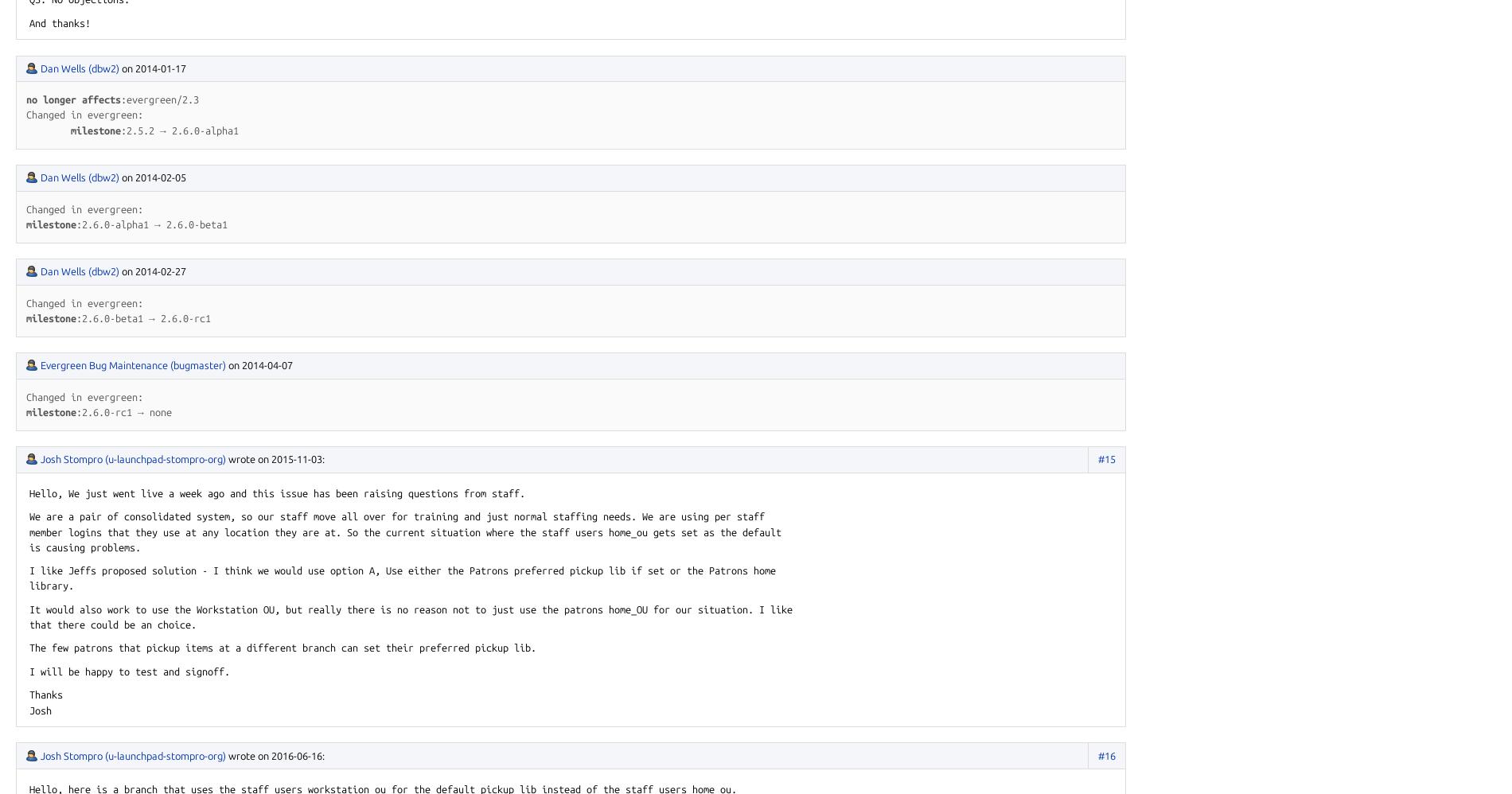  I want to click on 'on 2016-06-16', so click(289, 754).